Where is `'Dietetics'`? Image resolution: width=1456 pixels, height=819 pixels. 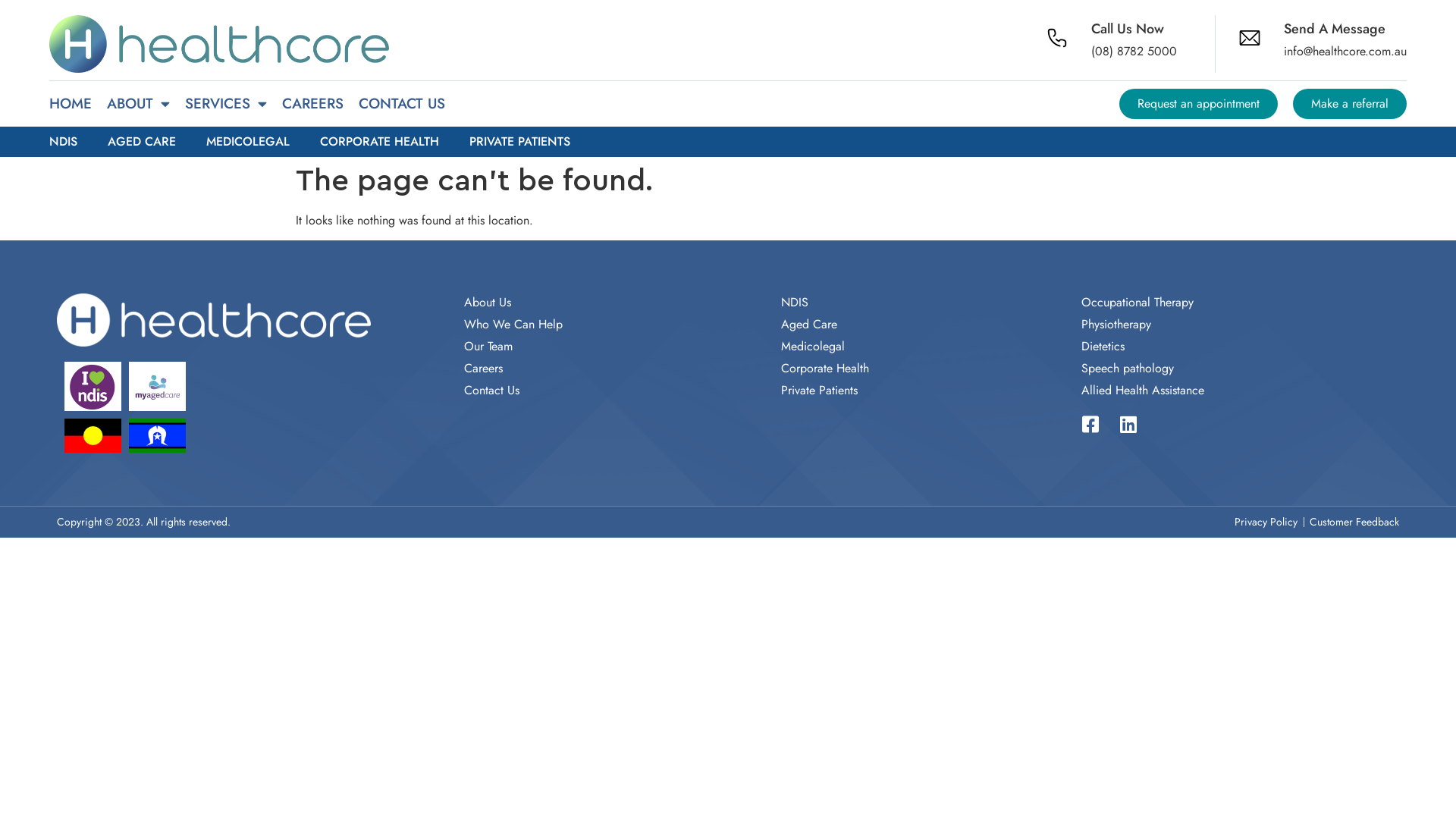 'Dietetics' is located at coordinates (1103, 346).